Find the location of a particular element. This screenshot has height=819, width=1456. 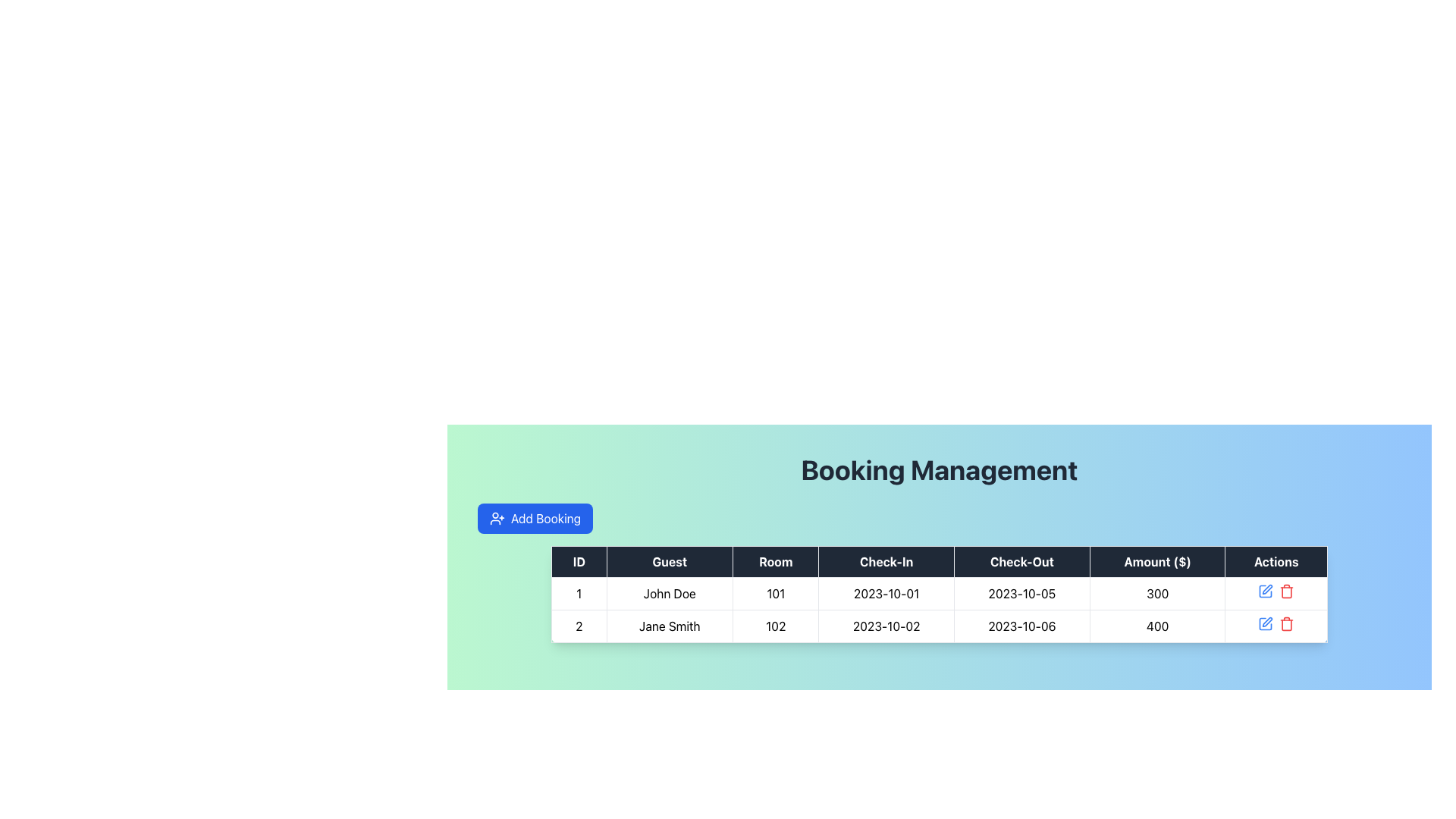

the table header cell that labels the check-in dates, positioned fourth among the header cells, between 'Room' and 'Check-Out' is located at coordinates (886, 561).